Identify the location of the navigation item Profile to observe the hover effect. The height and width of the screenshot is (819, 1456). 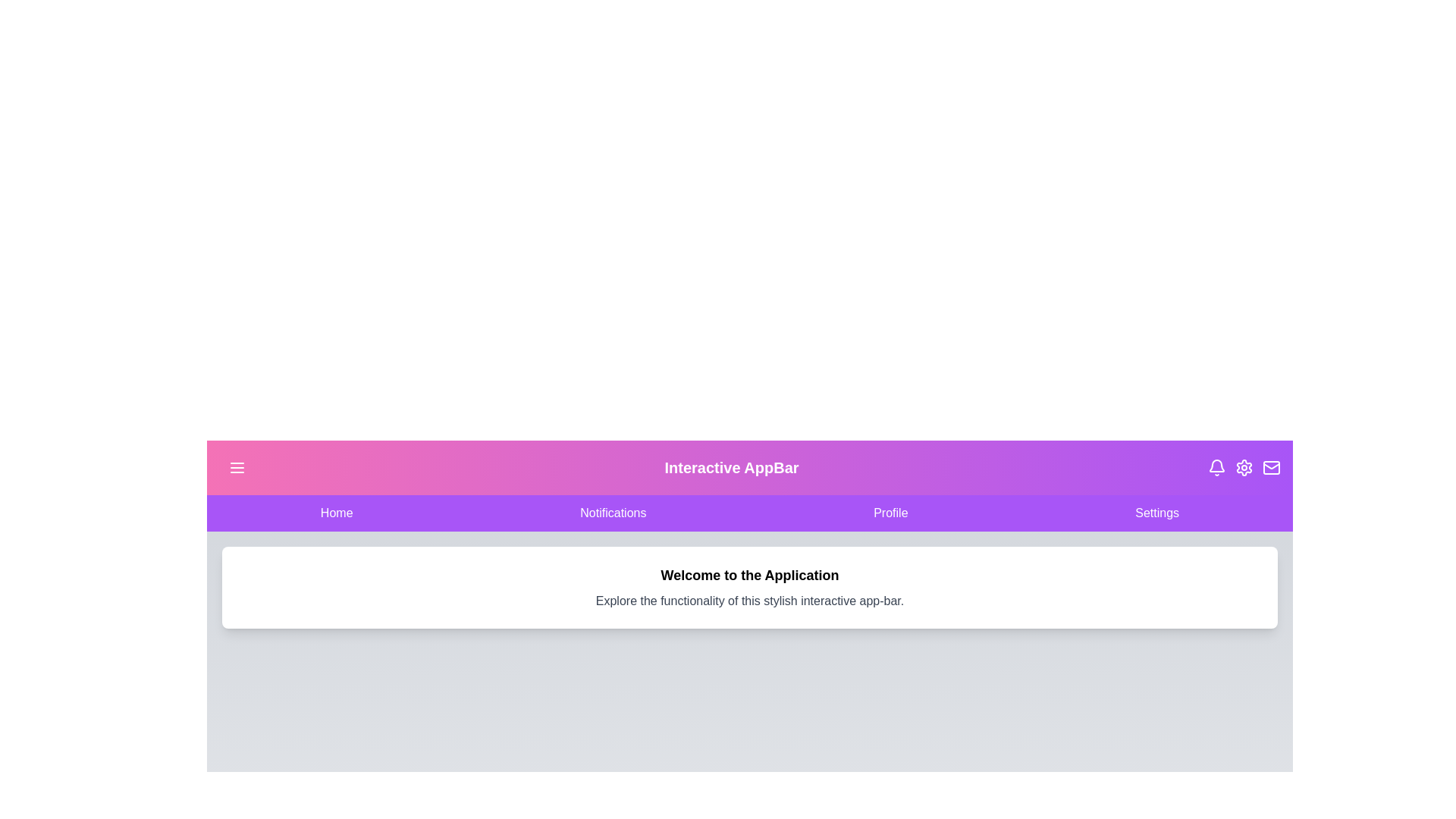
(891, 513).